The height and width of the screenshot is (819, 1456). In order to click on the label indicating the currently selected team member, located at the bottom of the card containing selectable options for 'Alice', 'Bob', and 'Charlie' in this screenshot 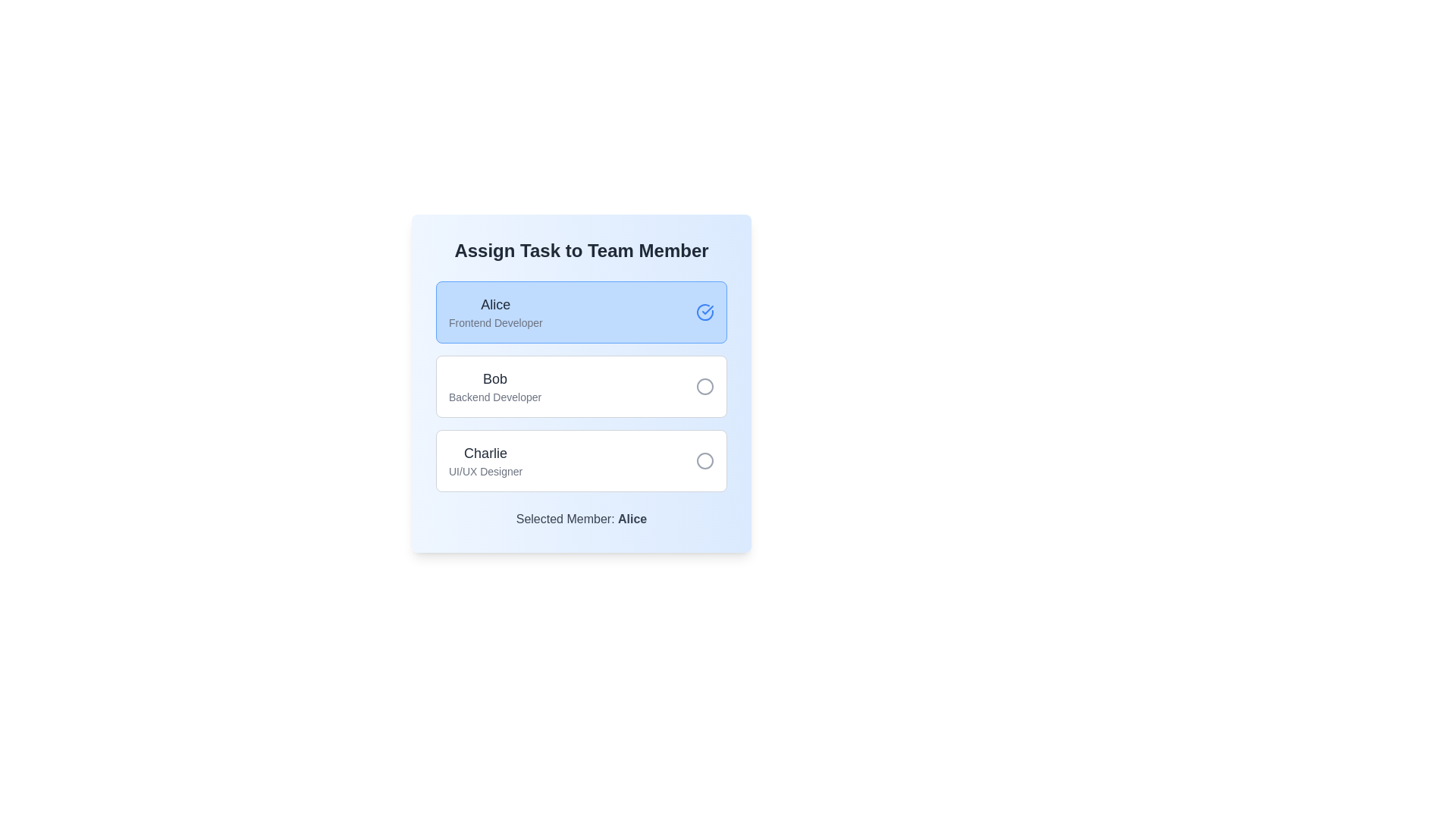, I will do `click(581, 519)`.